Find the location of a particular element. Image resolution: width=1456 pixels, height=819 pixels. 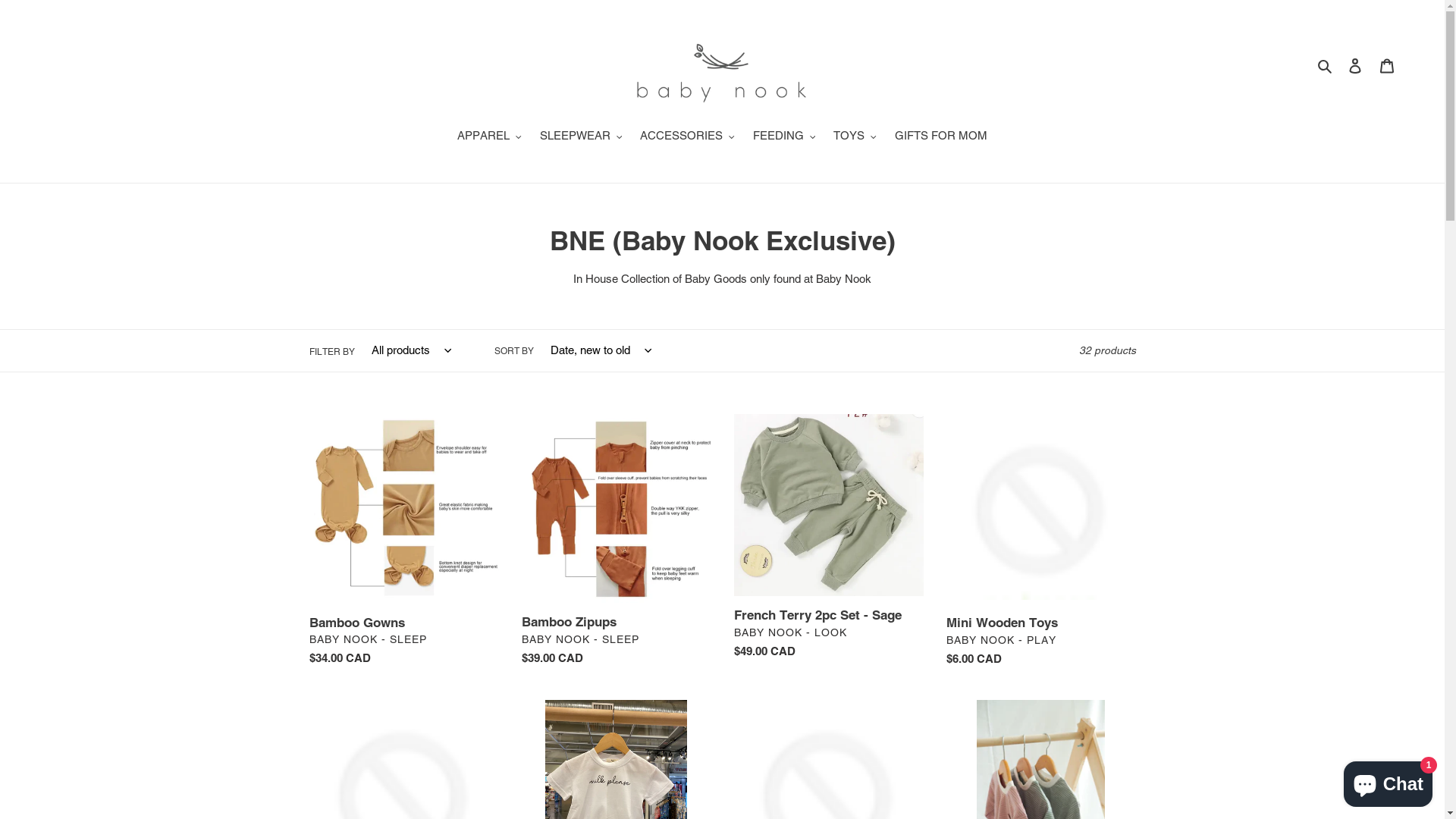

'Cart' is located at coordinates (1386, 64).